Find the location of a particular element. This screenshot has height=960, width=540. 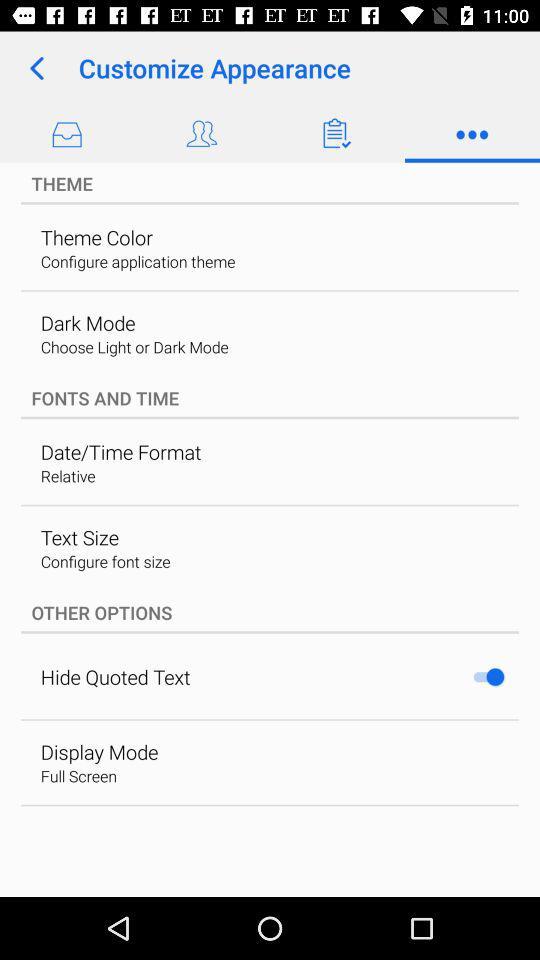

the third icon from right from customize appearance is located at coordinates (337, 132).